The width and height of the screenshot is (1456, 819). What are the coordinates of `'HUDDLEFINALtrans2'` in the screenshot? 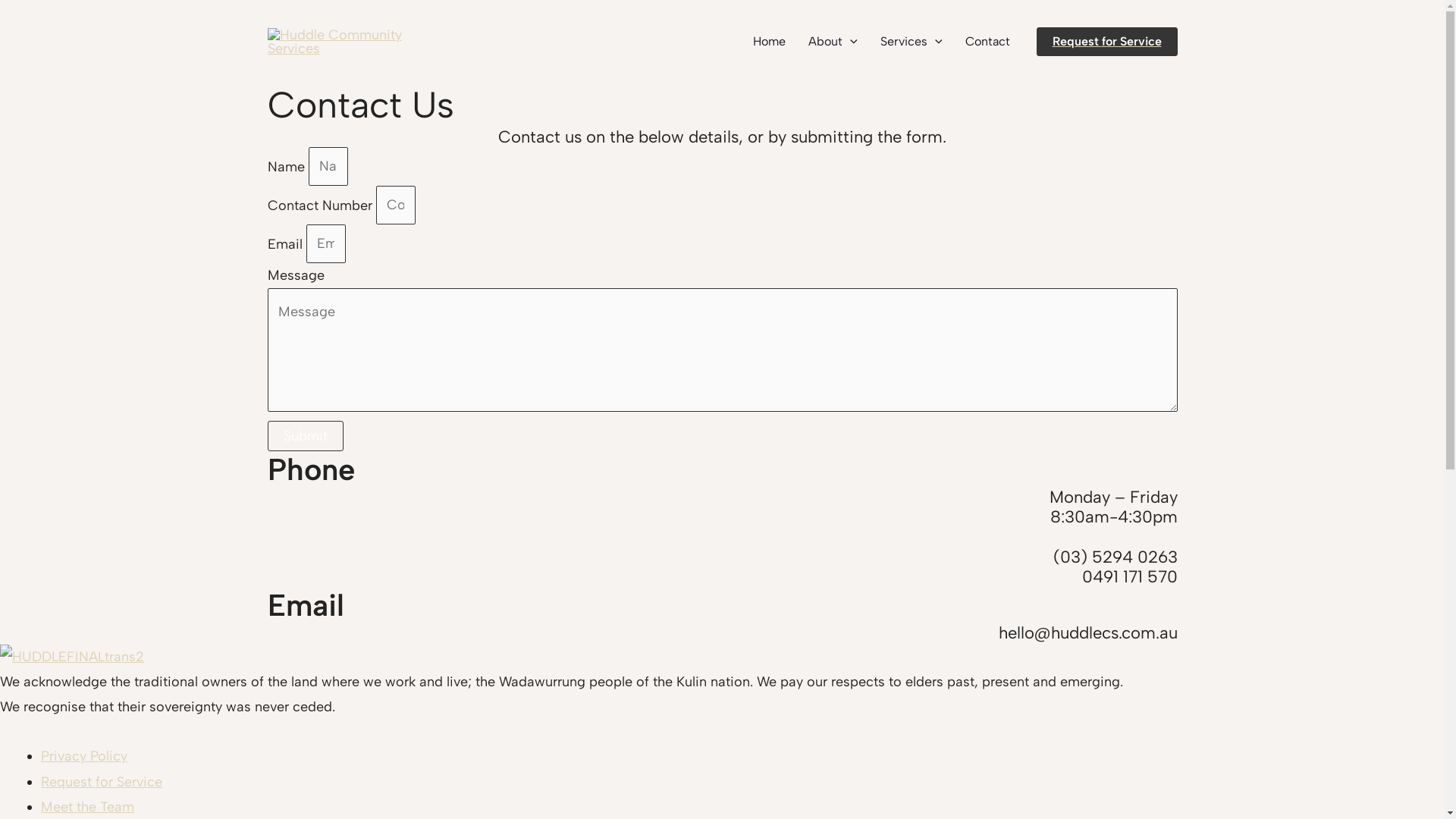 It's located at (71, 656).